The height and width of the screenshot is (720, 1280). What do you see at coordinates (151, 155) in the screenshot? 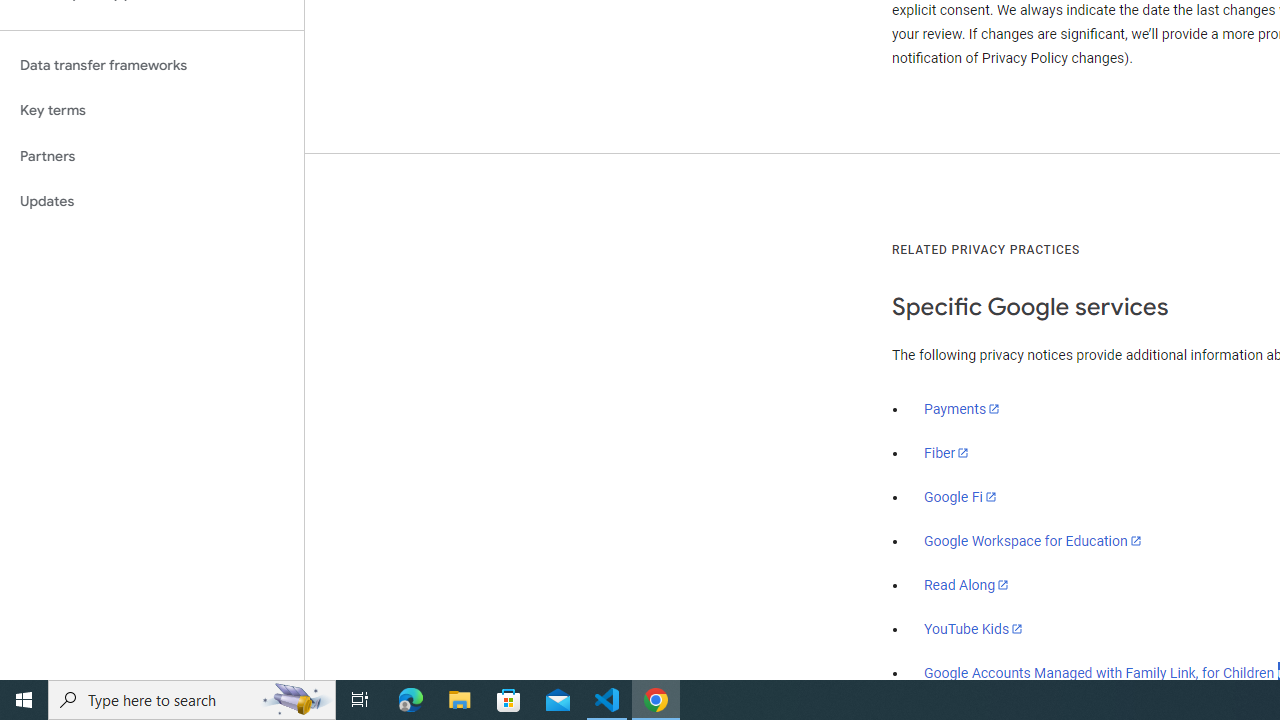
I see `'Partners'` at bounding box center [151, 155].